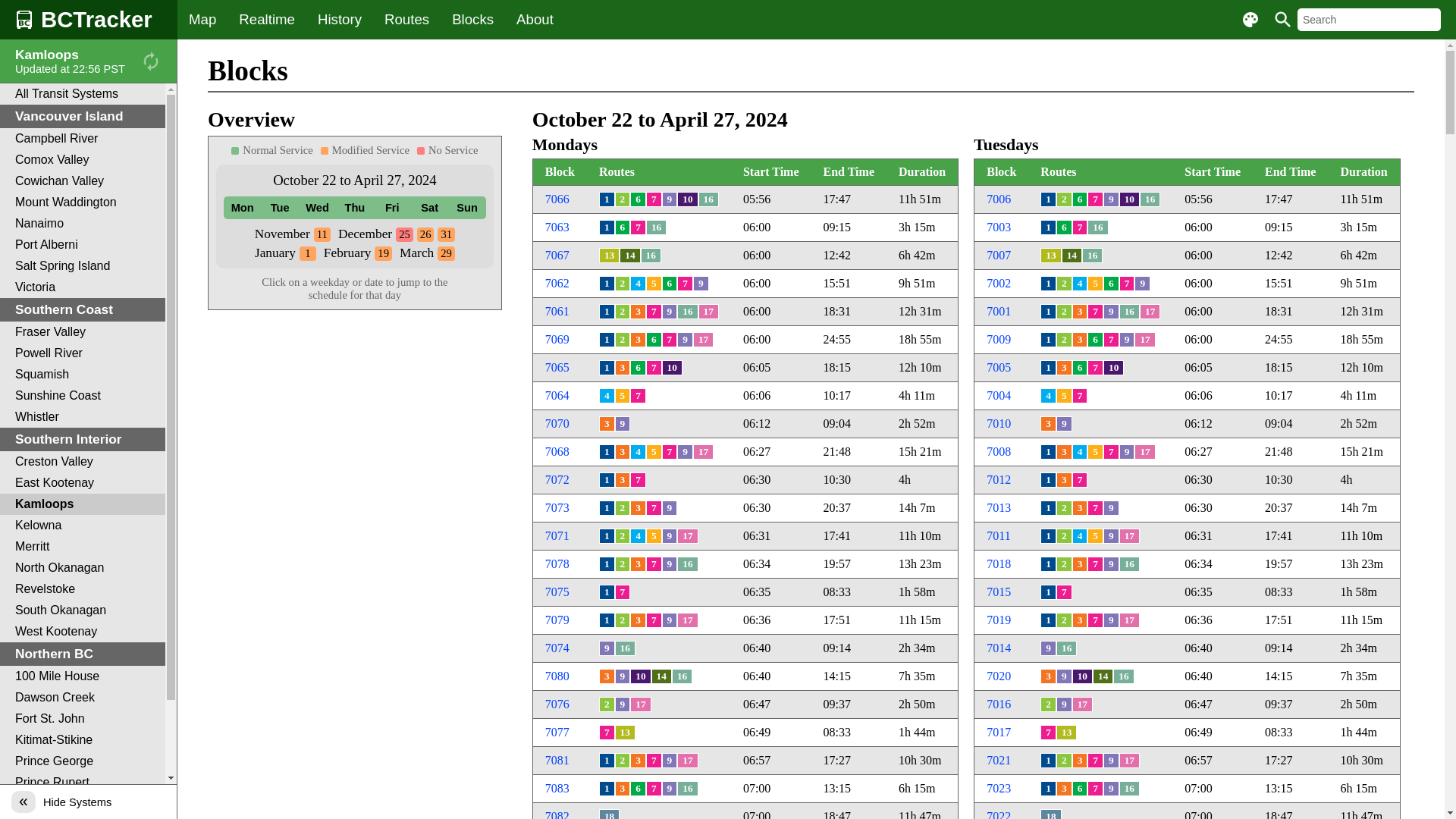  What do you see at coordinates (556, 394) in the screenshot?
I see `'7064'` at bounding box center [556, 394].